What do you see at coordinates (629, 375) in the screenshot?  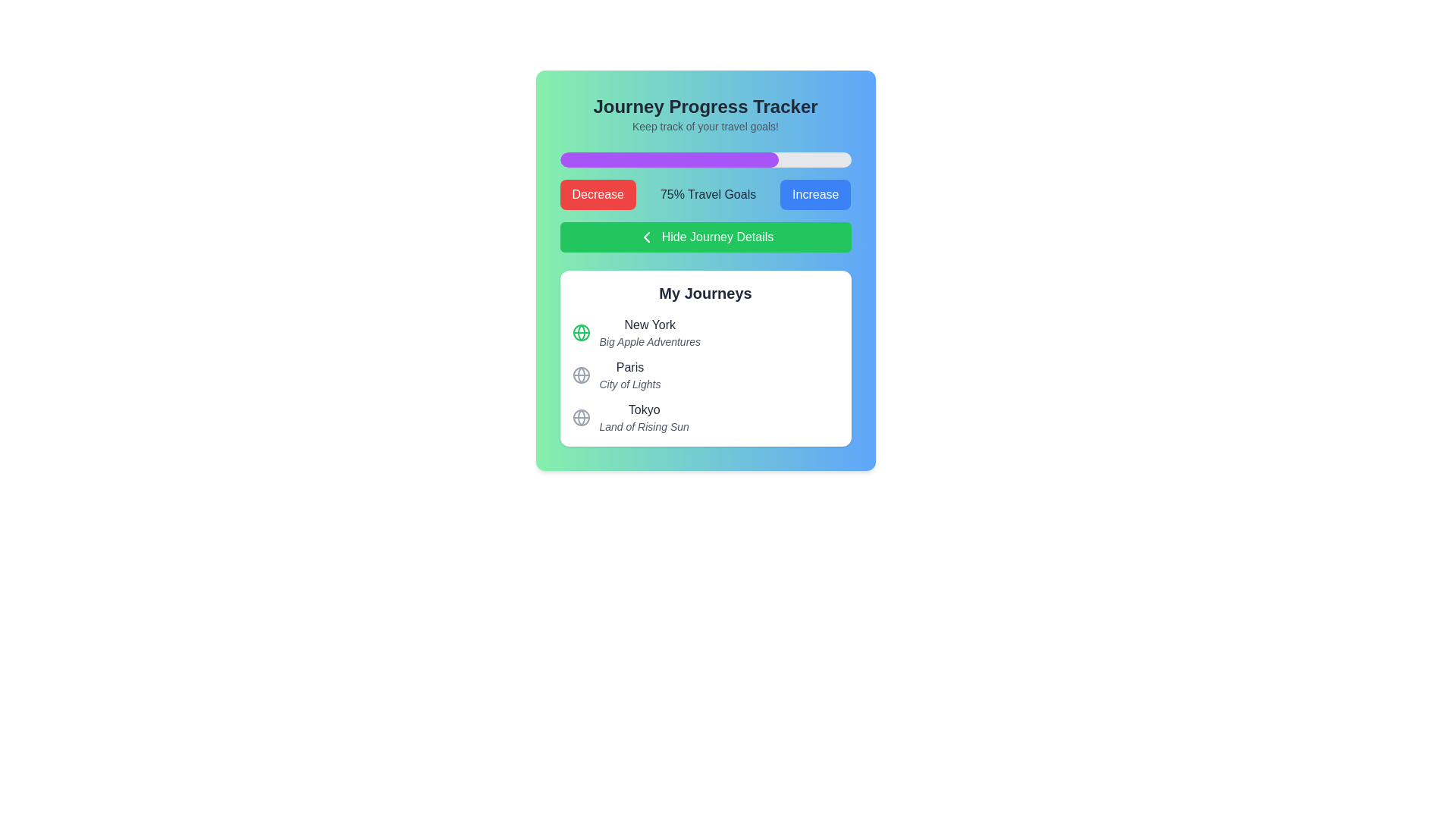 I see `text content of the journey titled 'Paris' with the subtitle 'City of Lights', located in the 'My Journeys' section below 'New York' and above 'Tokyo'` at bounding box center [629, 375].